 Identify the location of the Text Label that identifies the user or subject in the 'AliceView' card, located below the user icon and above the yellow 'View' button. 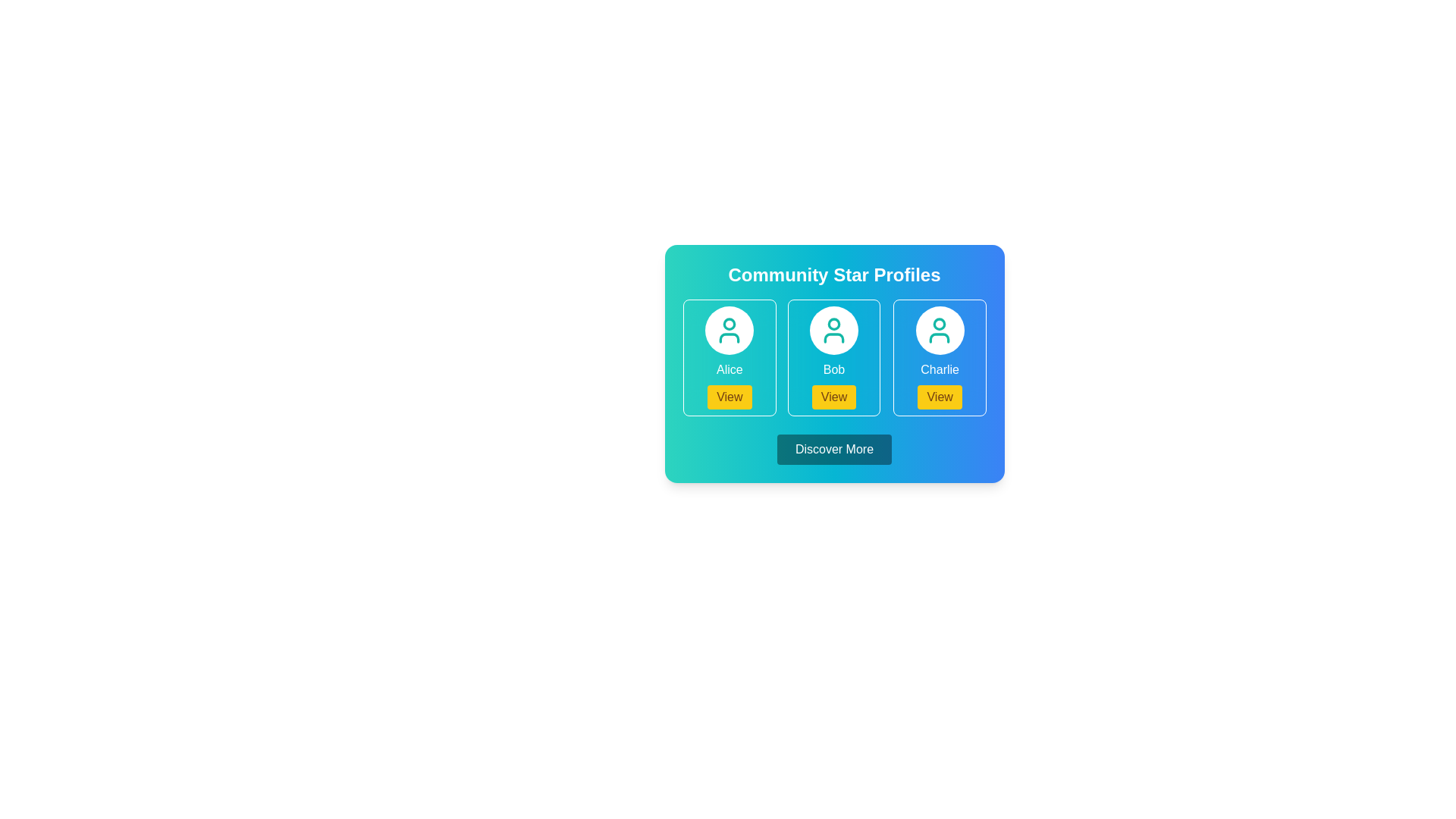
(729, 370).